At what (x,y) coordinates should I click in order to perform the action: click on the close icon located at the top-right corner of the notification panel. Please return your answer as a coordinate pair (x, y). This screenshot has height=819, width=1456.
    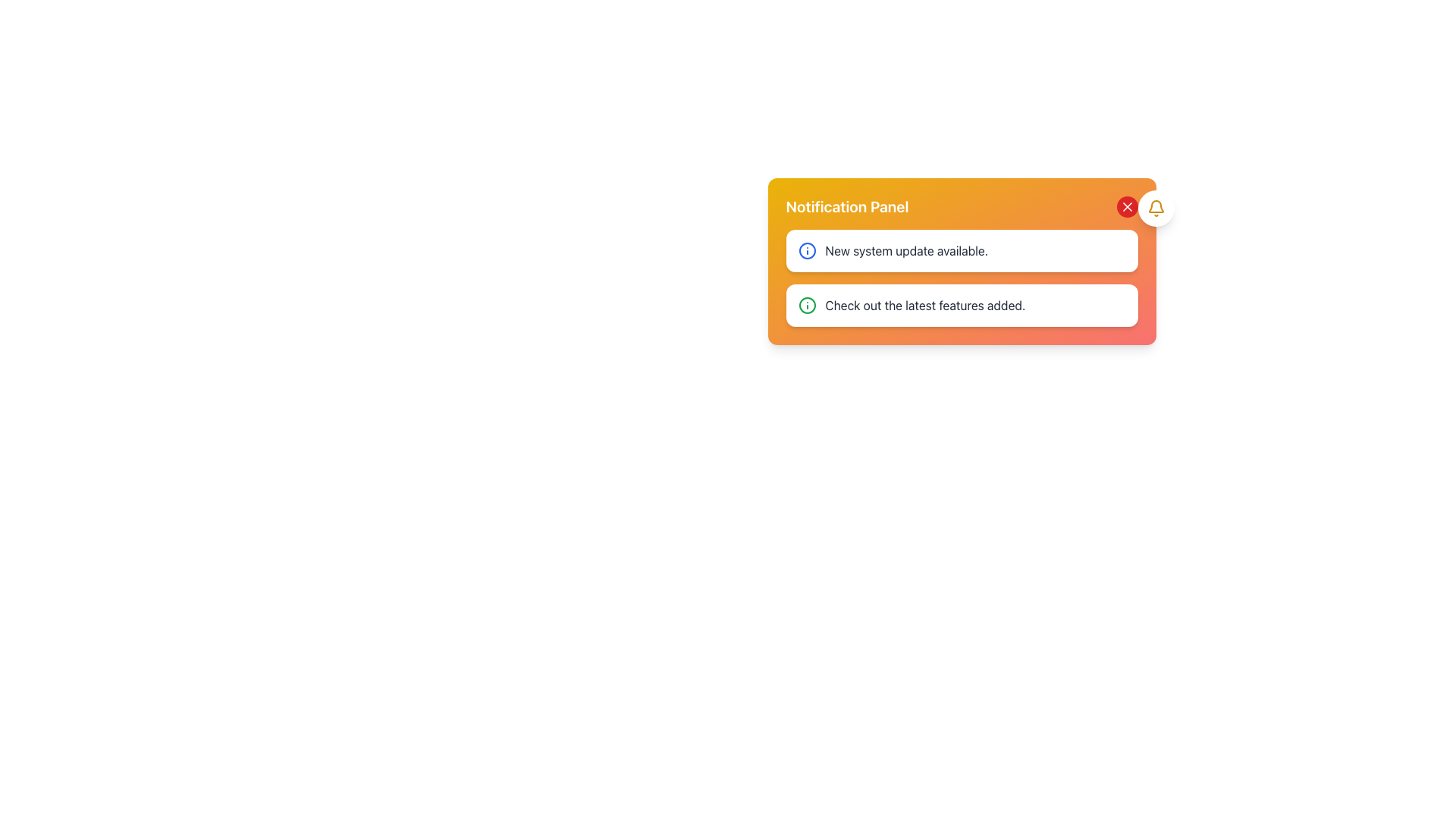
    Looking at the image, I should click on (1127, 207).